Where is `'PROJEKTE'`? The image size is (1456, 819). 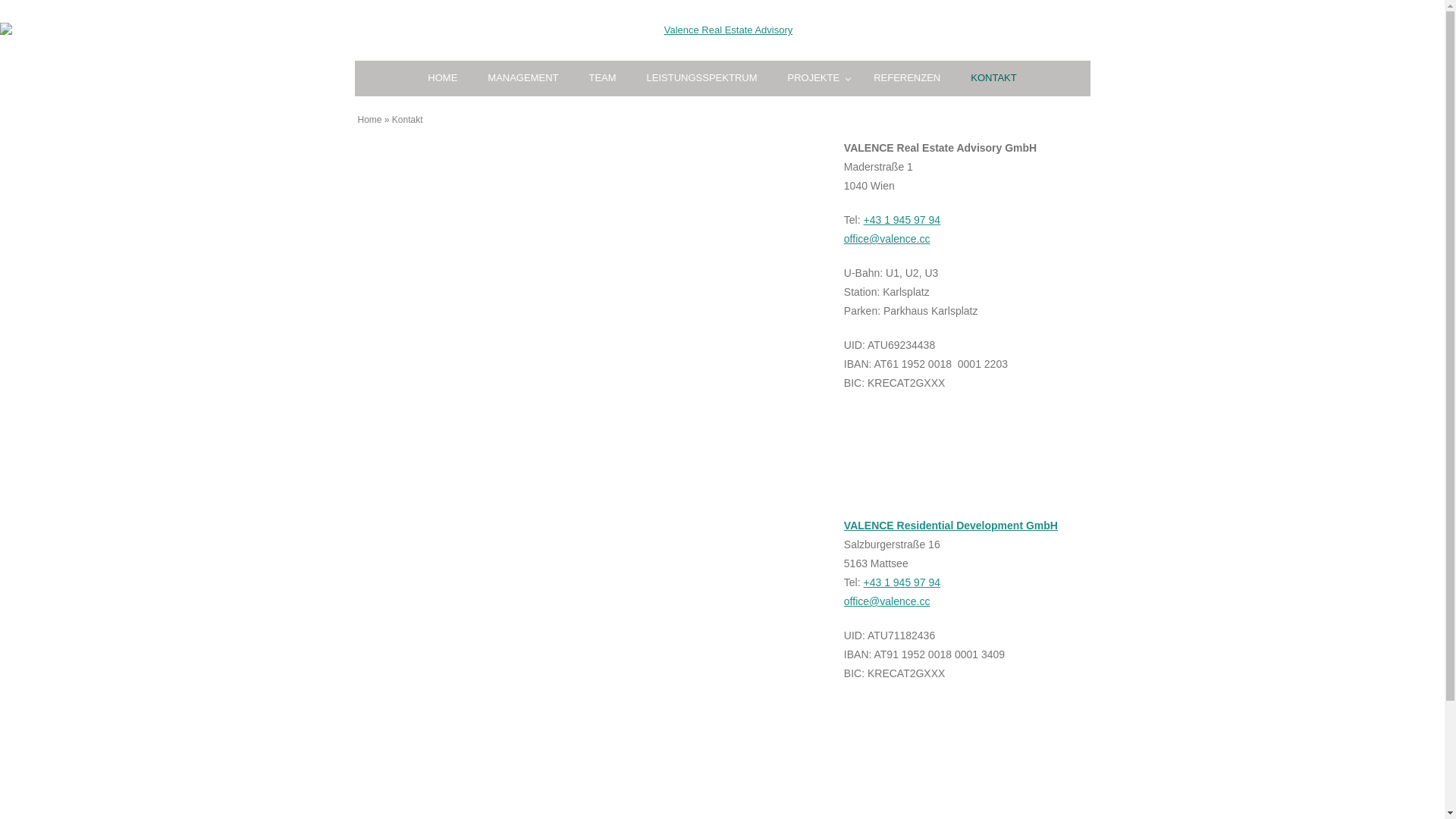 'PROJEKTE' is located at coordinates (814, 78).